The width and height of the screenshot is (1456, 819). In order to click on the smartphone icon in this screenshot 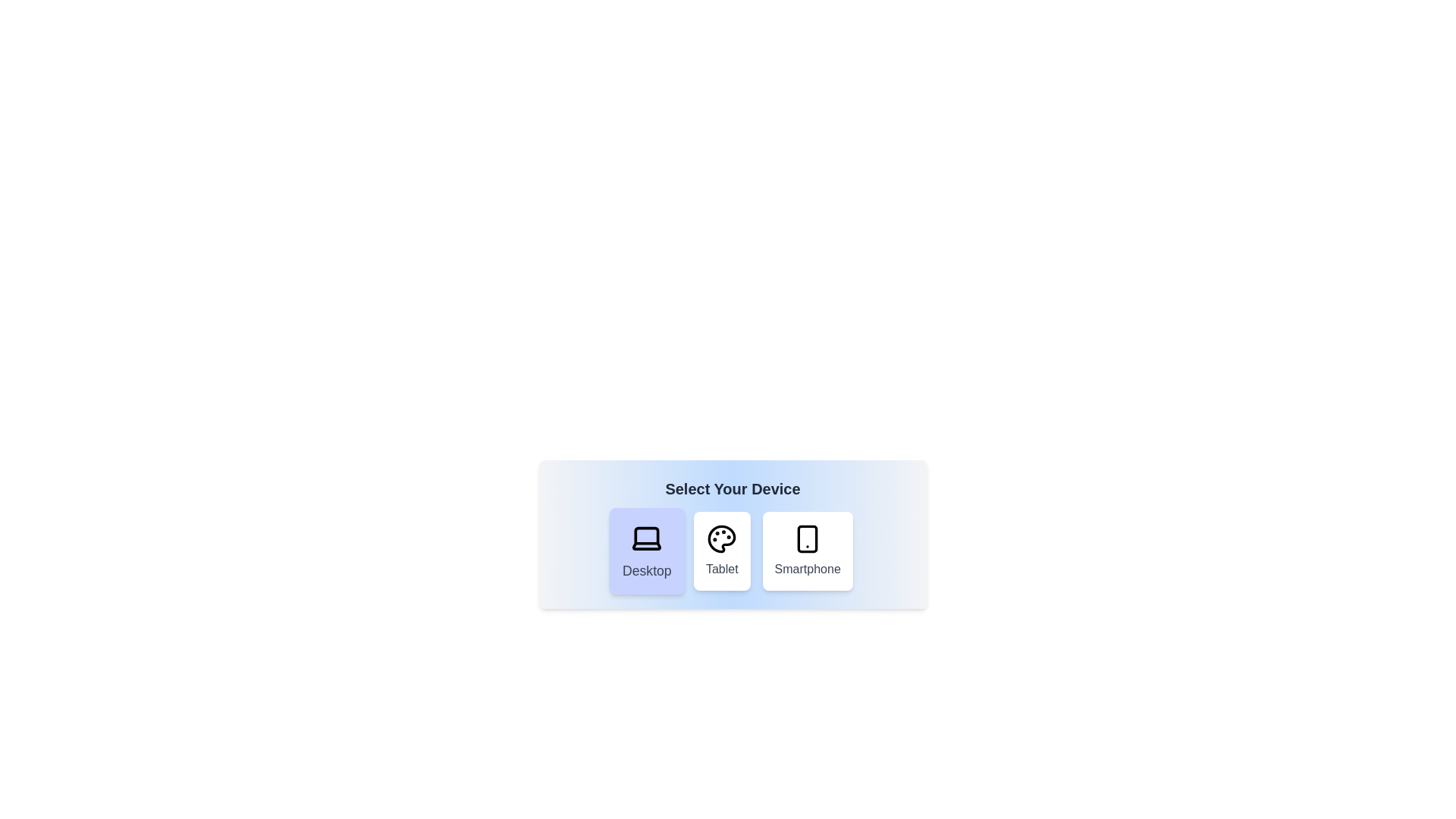, I will do `click(807, 538)`.